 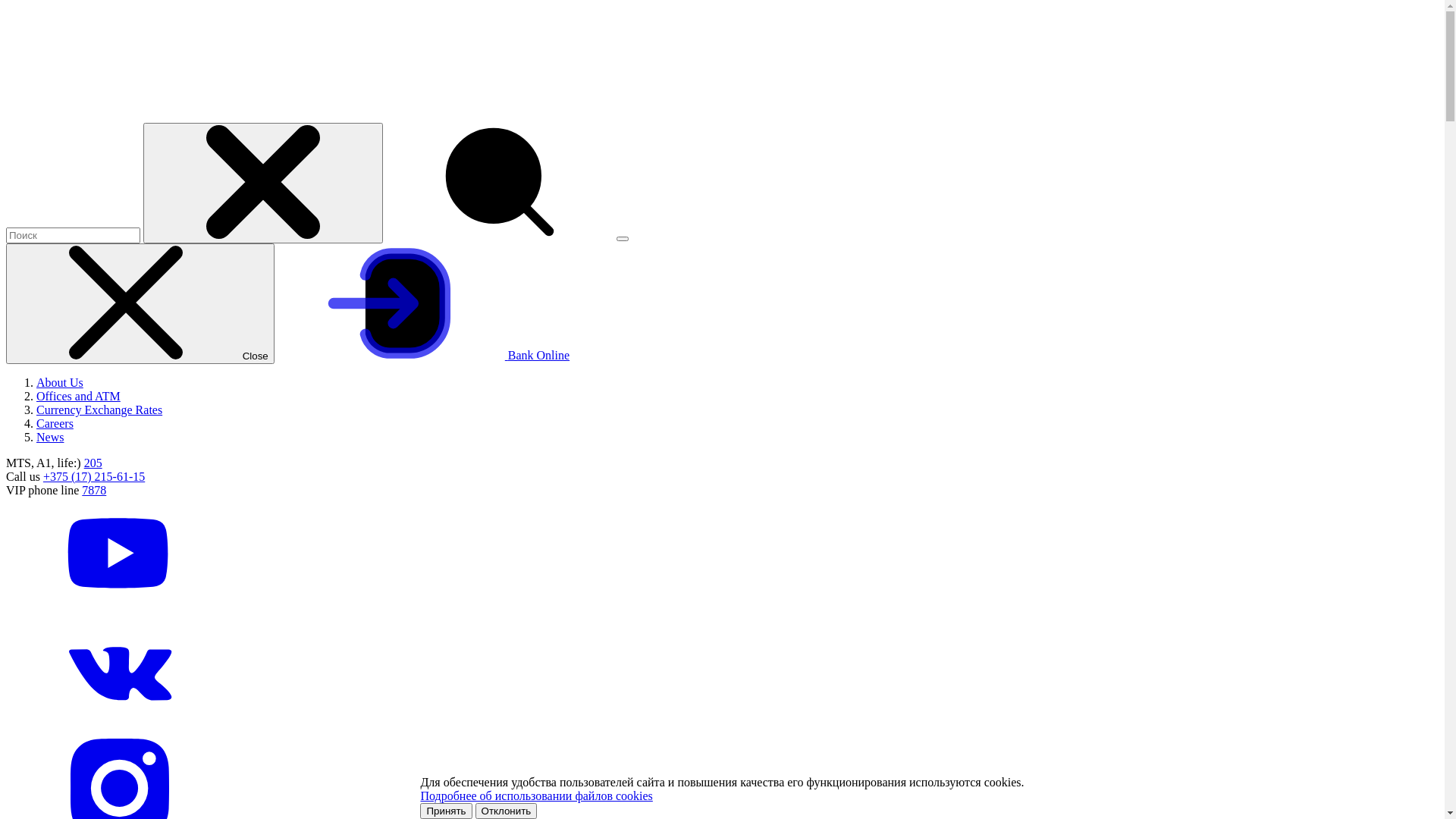 I want to click on 'News', so click(x=50, y=437).